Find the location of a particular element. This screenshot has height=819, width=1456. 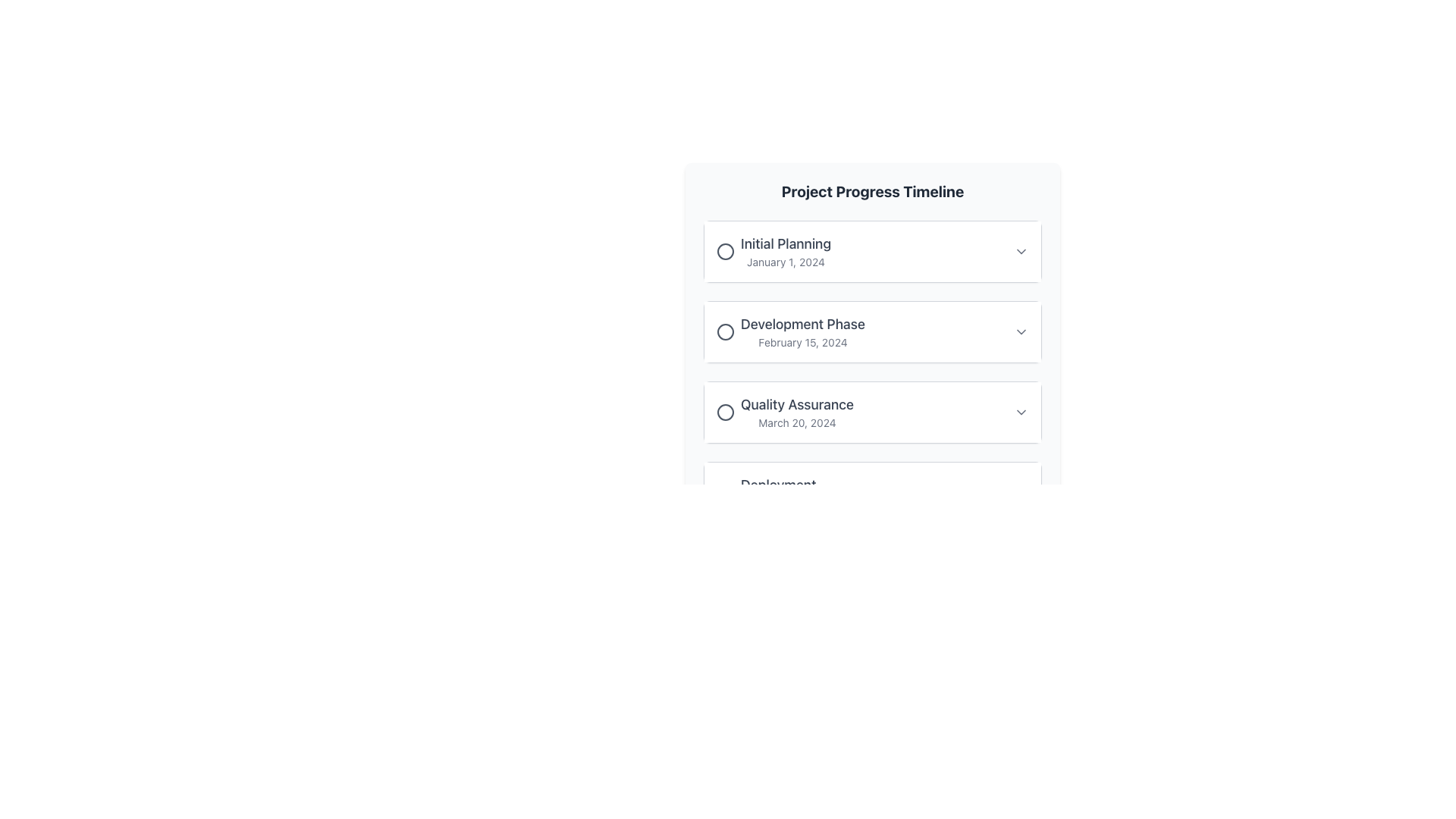

the third list item in the timeline, which displays 'Quality Assurance' and the date 'March 20, 2024' is located at coordinates (785, 412).